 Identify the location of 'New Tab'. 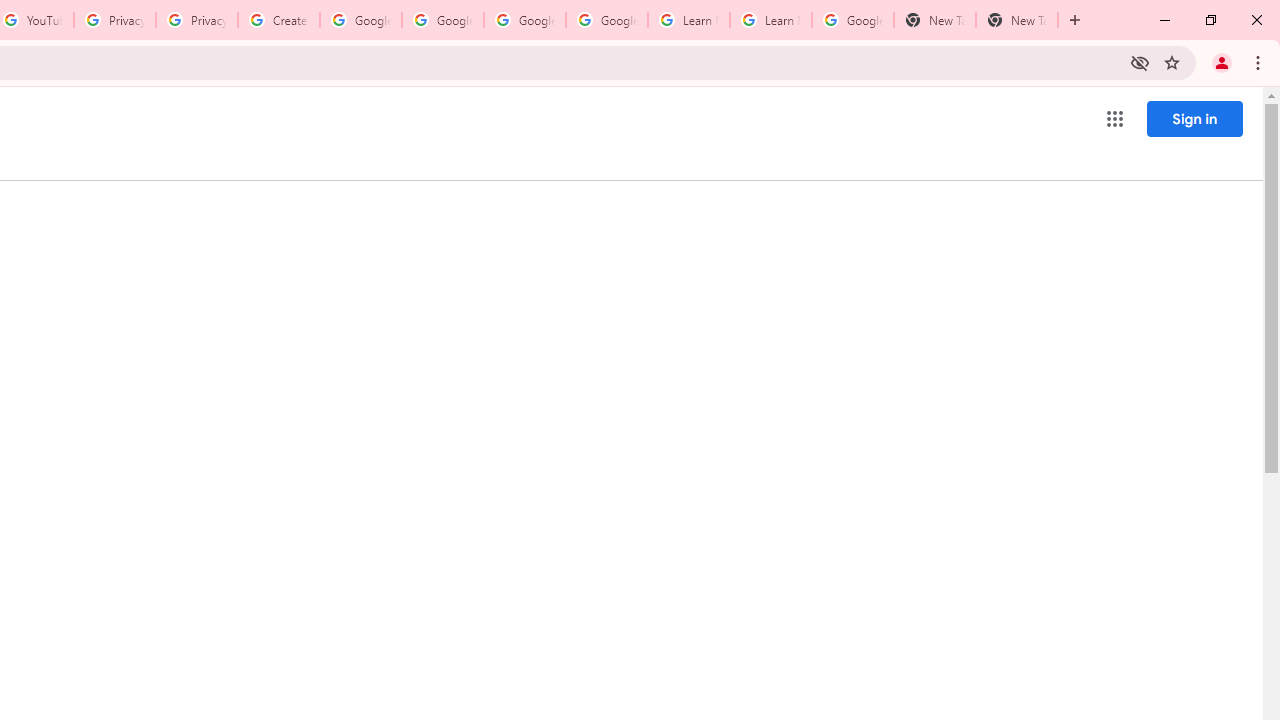
(1016, 20).